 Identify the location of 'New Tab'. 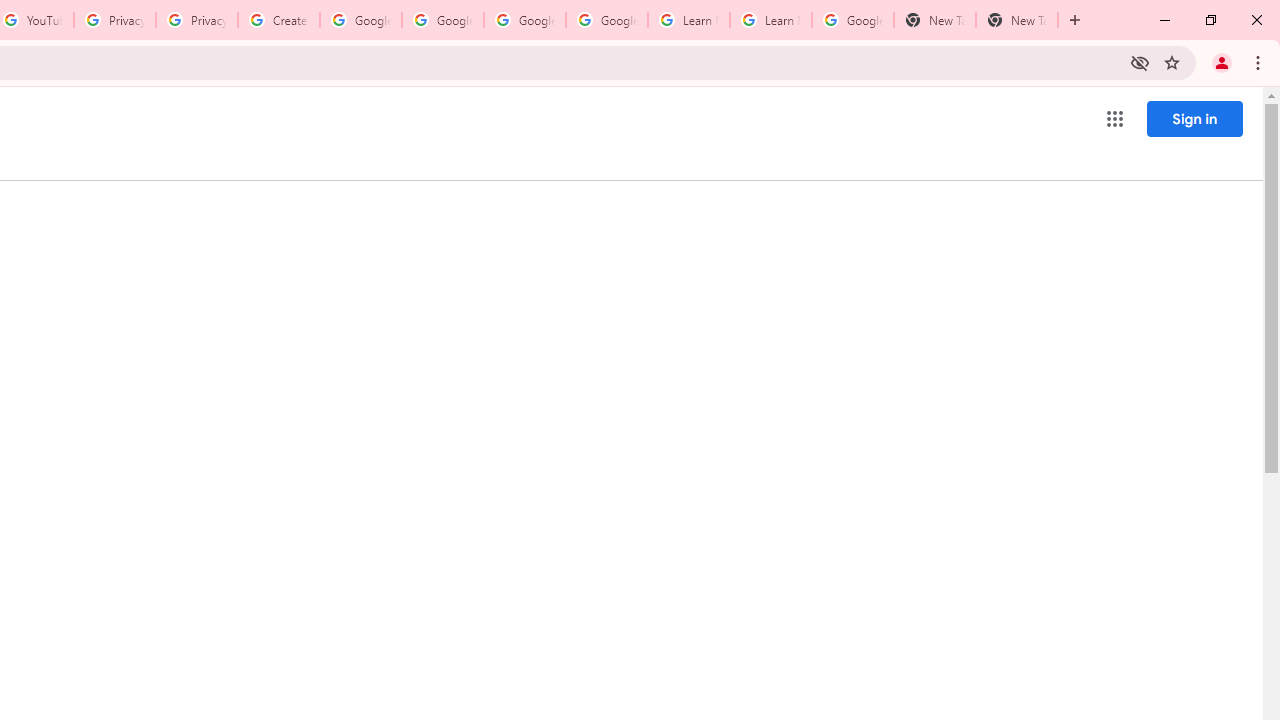
(1016, 20).